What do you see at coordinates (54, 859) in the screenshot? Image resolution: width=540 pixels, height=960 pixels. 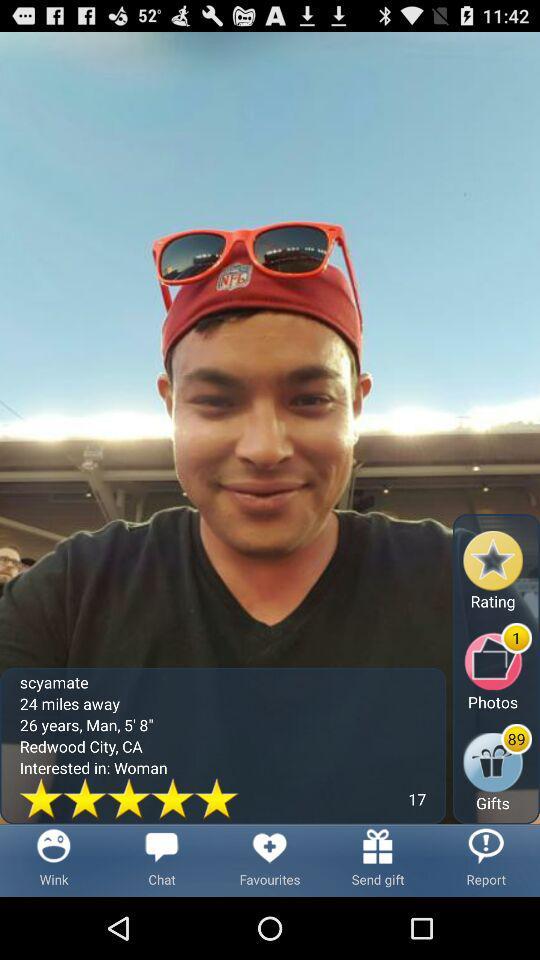 I see `the button to the left of chat item` at bounding box center [54, 859].